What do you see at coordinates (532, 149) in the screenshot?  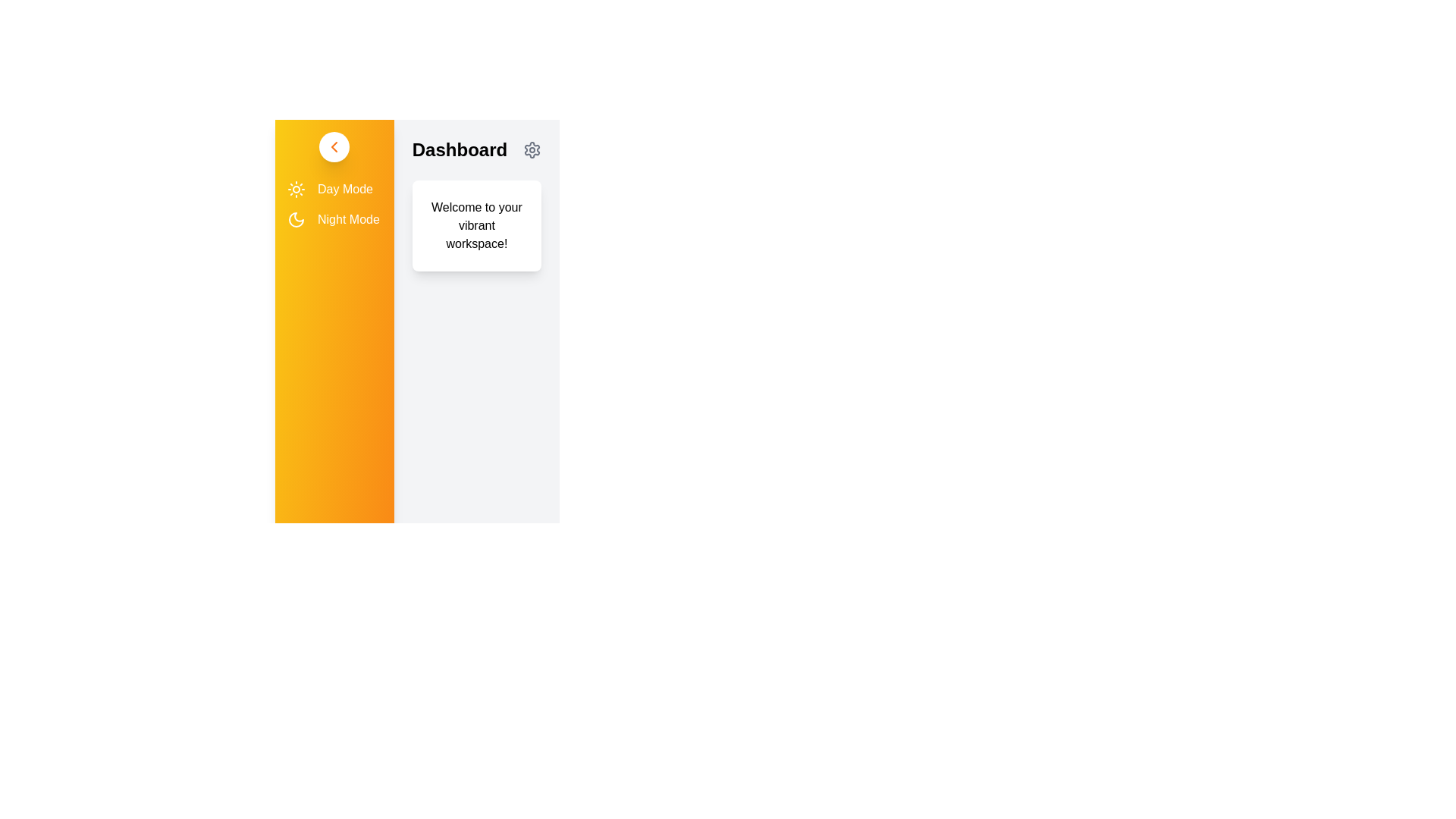 I see `the settings icon to observe the hover effect` at bounding box center [532, 149].